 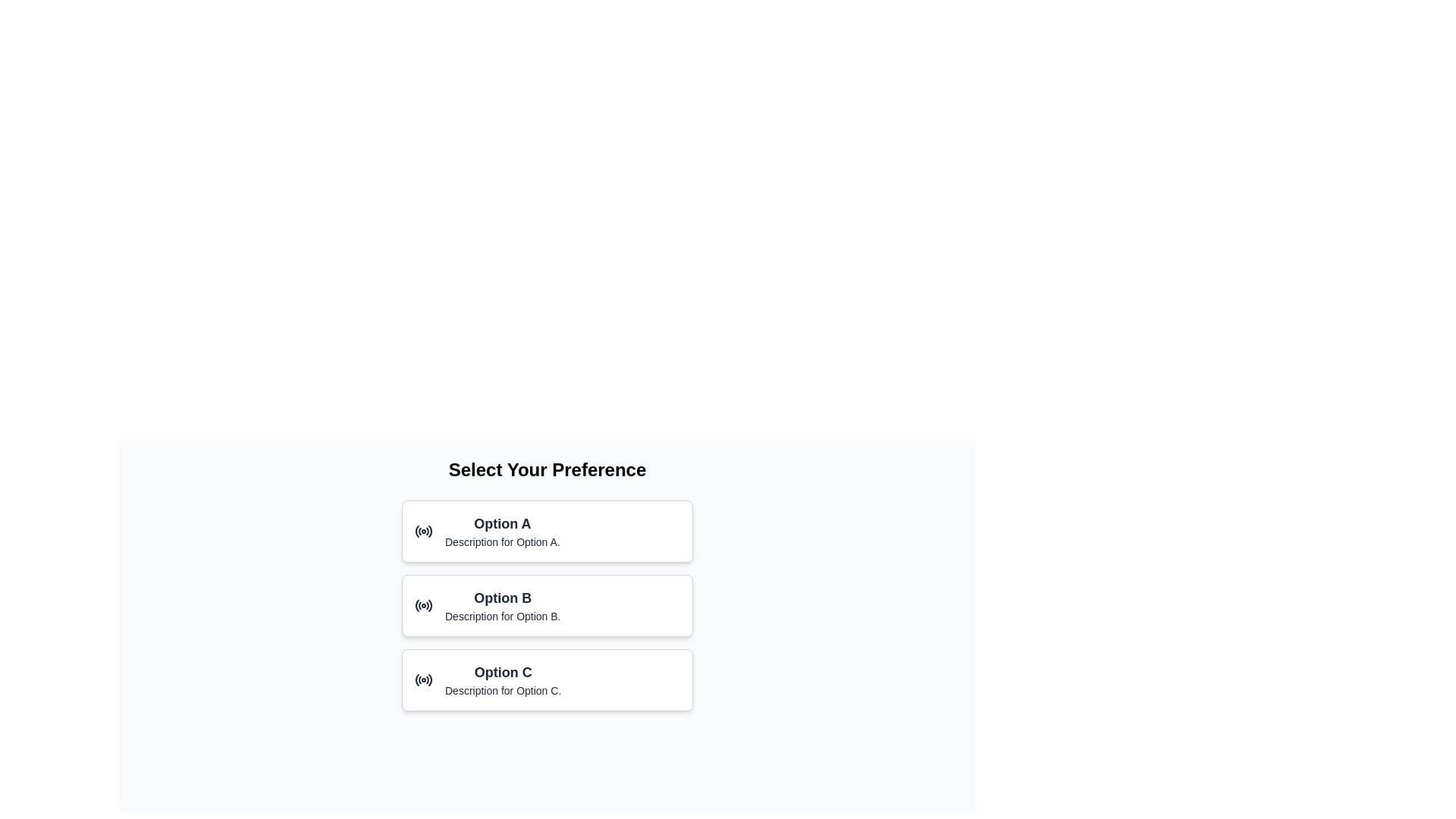 I want to click on the text heading 'Option C', which is prominently displayed in a larger font size and bold style at the top-left of the third option card, so click(x=503, y=672).